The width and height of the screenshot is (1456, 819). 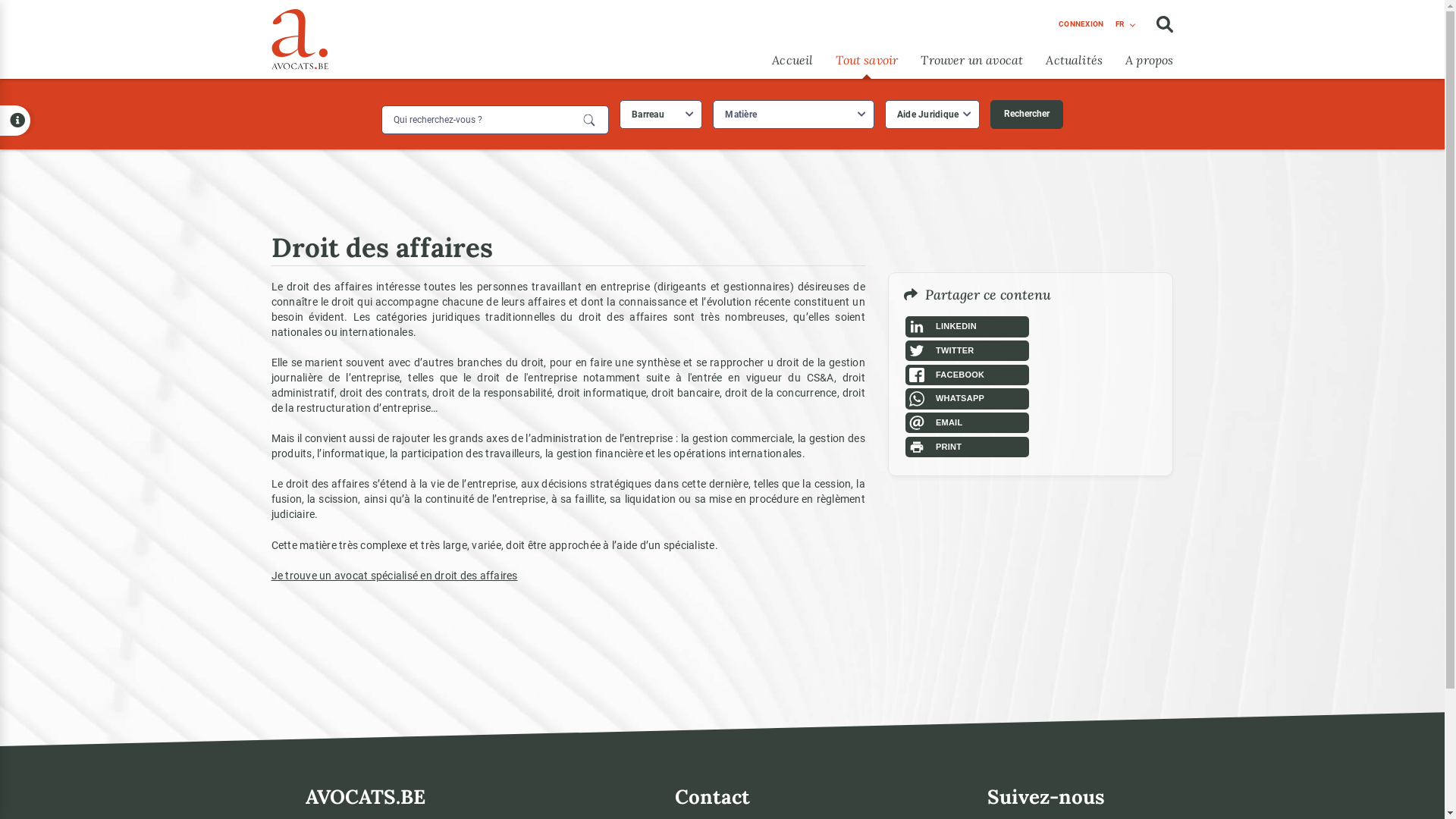 What do you see at coordinates (1026, 113) in the screenshot?
I see `'Rechercher'` at bounding box center [1026, 113].